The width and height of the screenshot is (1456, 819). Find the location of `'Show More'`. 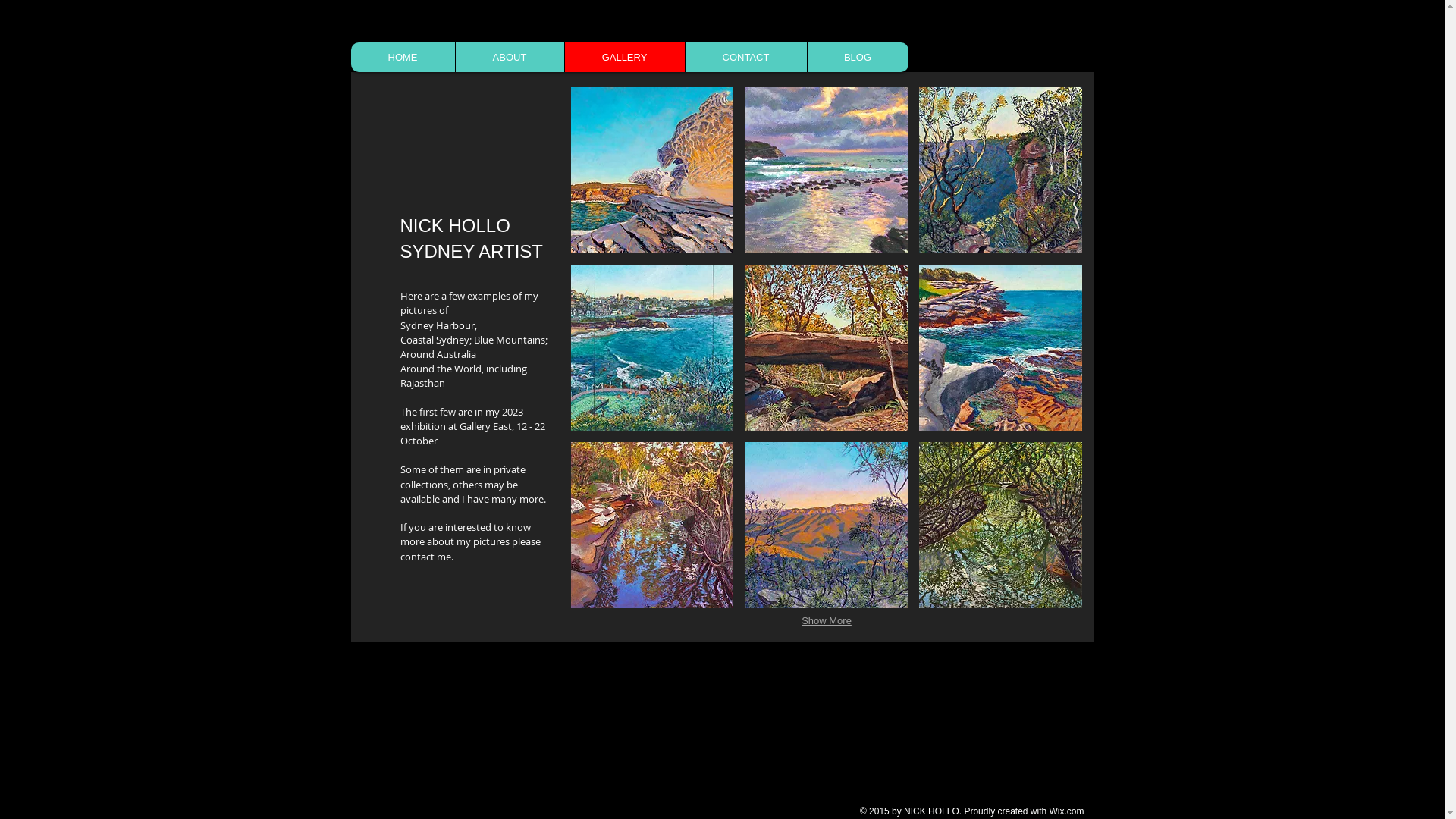

'Show More' is located at coordinates (825, 620).